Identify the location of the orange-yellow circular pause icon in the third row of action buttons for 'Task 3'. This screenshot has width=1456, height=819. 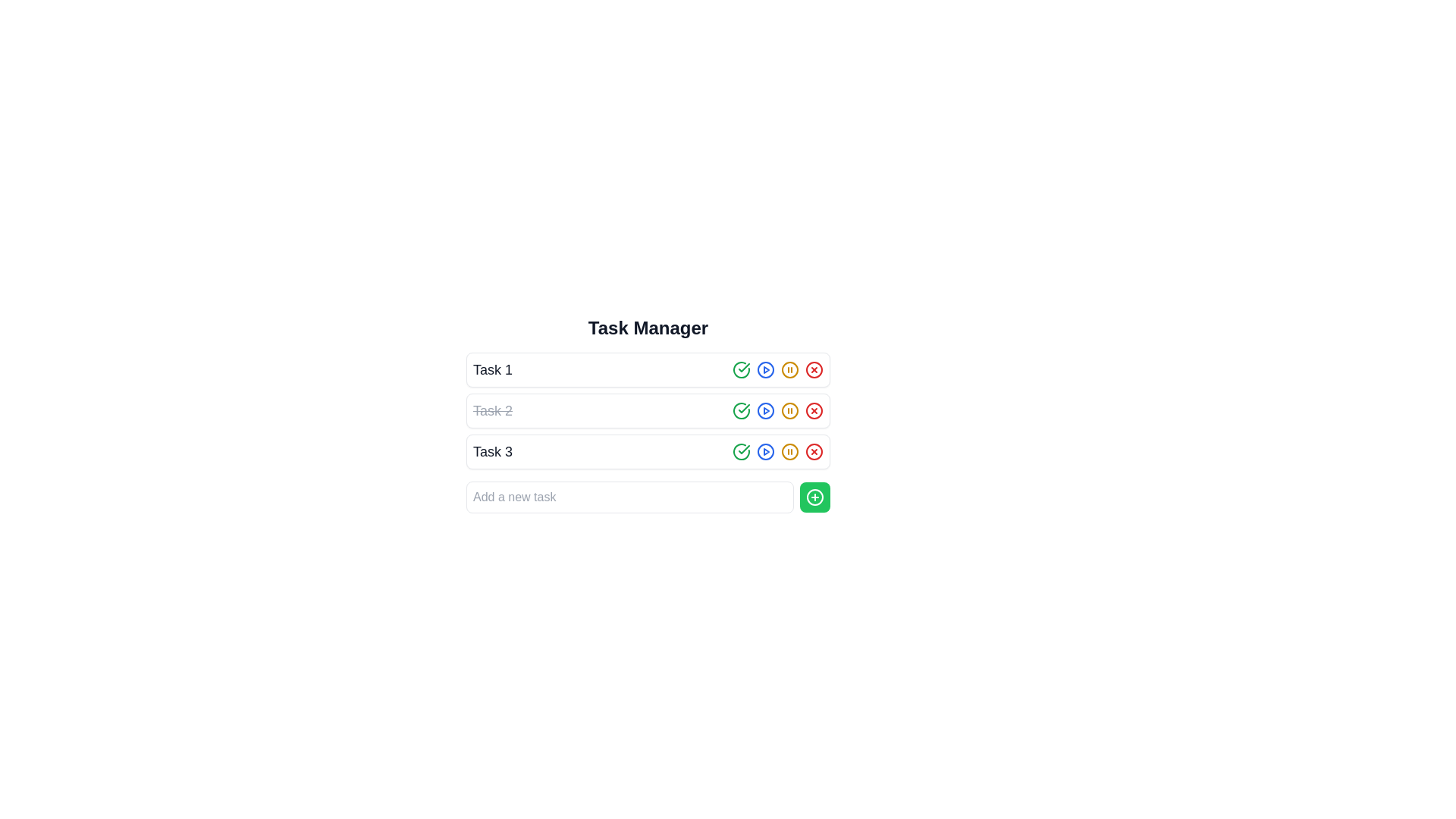
(789, 411).